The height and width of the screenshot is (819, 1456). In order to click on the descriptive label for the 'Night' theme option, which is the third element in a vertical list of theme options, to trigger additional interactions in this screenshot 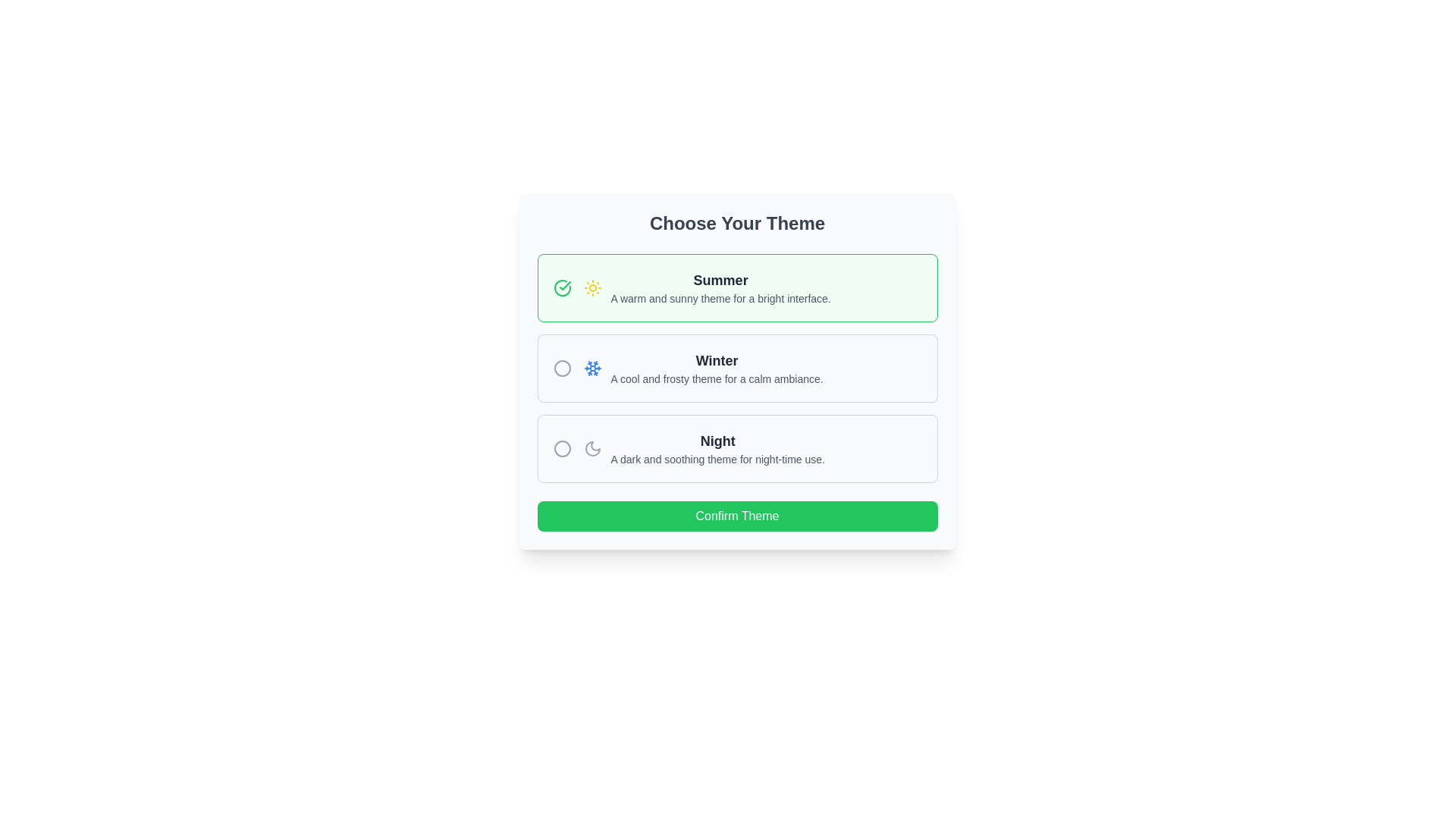, I will do `click(703, 447)`.